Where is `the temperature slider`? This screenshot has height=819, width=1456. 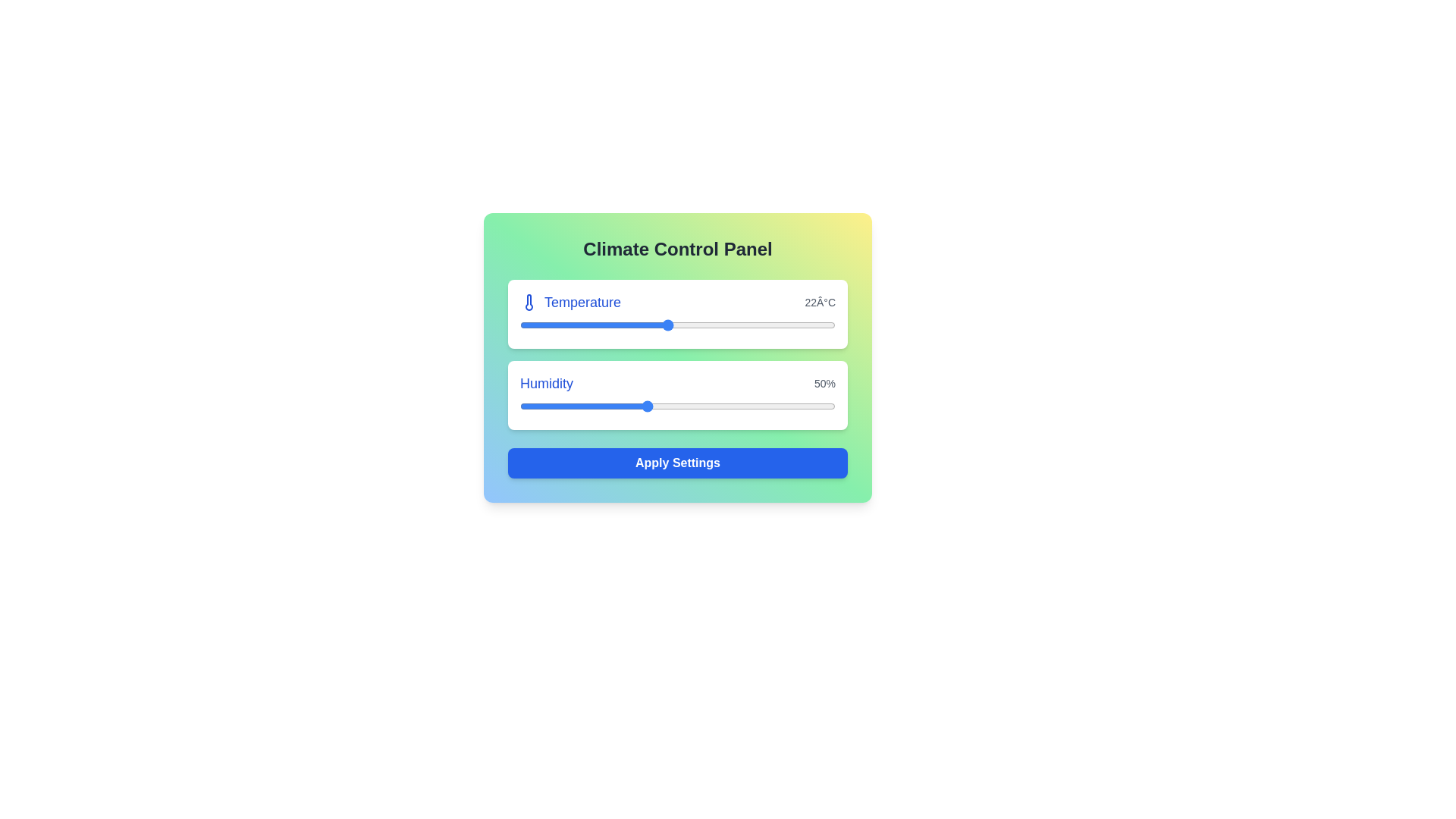
the temperature slider is located at coordinates (730, 324).